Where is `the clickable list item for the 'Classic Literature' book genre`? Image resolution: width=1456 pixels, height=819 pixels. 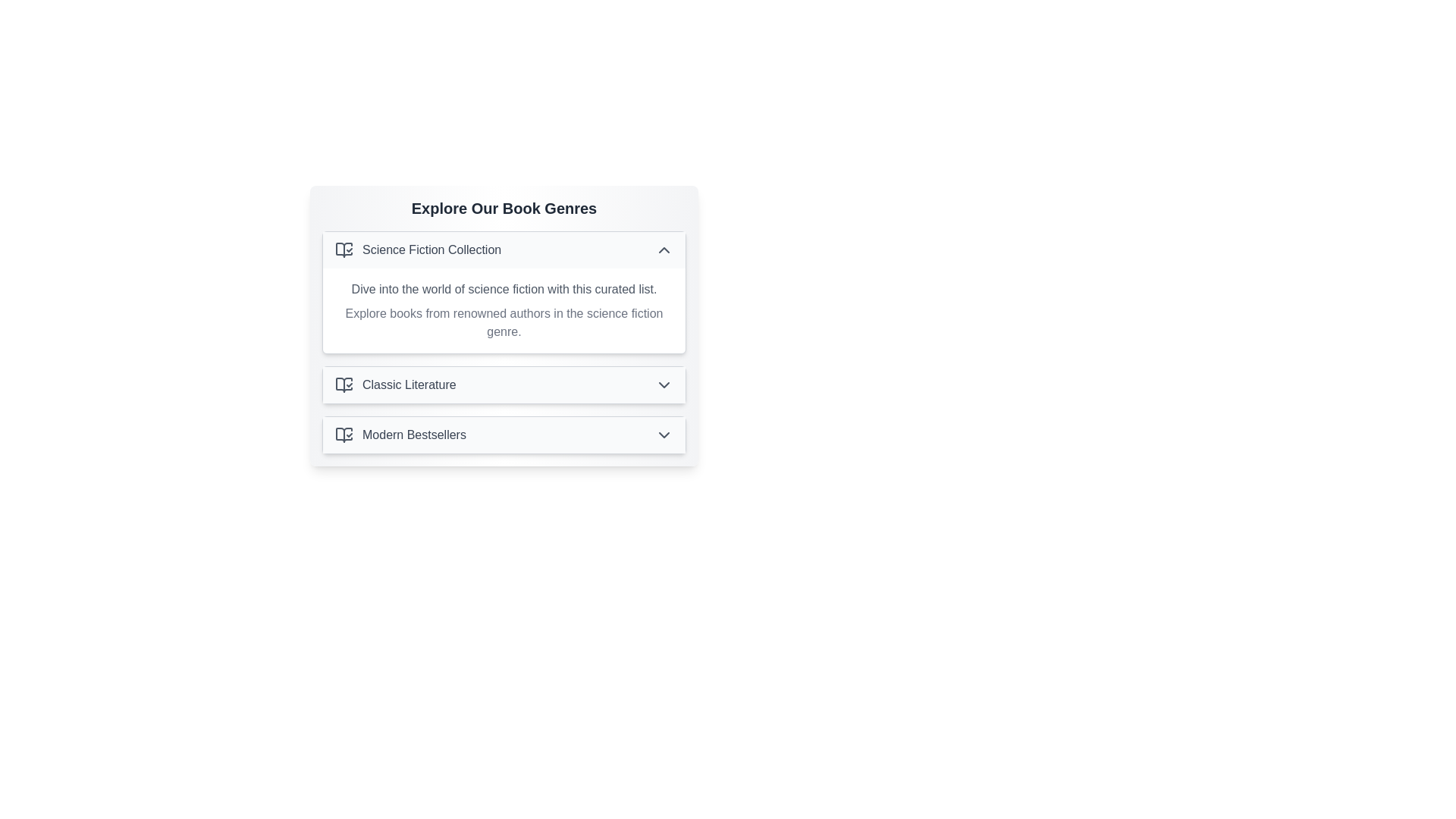
the clickable list item for the 'Classic Literature' book genre is located at coordinates (395, 384).